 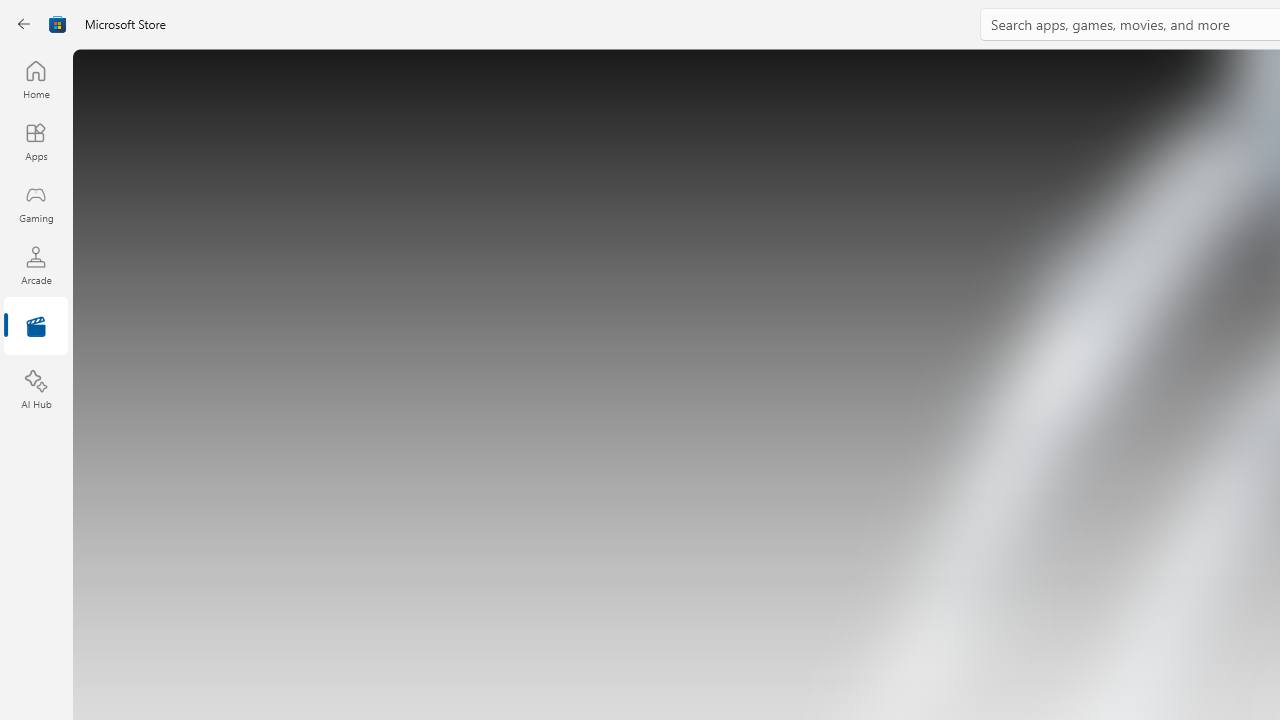 What do you see at coordinates (58, 24) in the screenshot?
I see `'Class: Image'` at bounding box center [58, 24].